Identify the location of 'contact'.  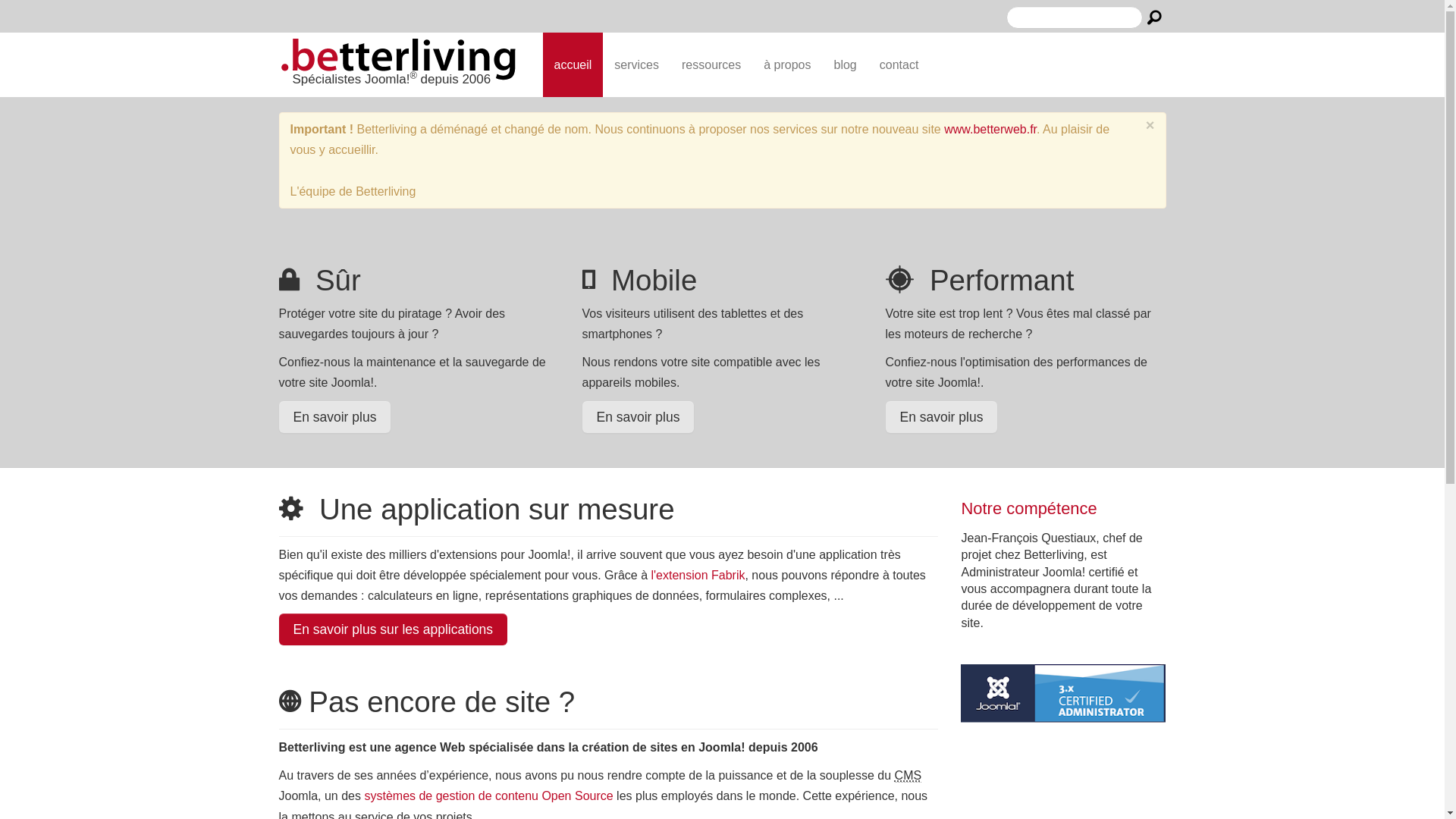
(899, 64).